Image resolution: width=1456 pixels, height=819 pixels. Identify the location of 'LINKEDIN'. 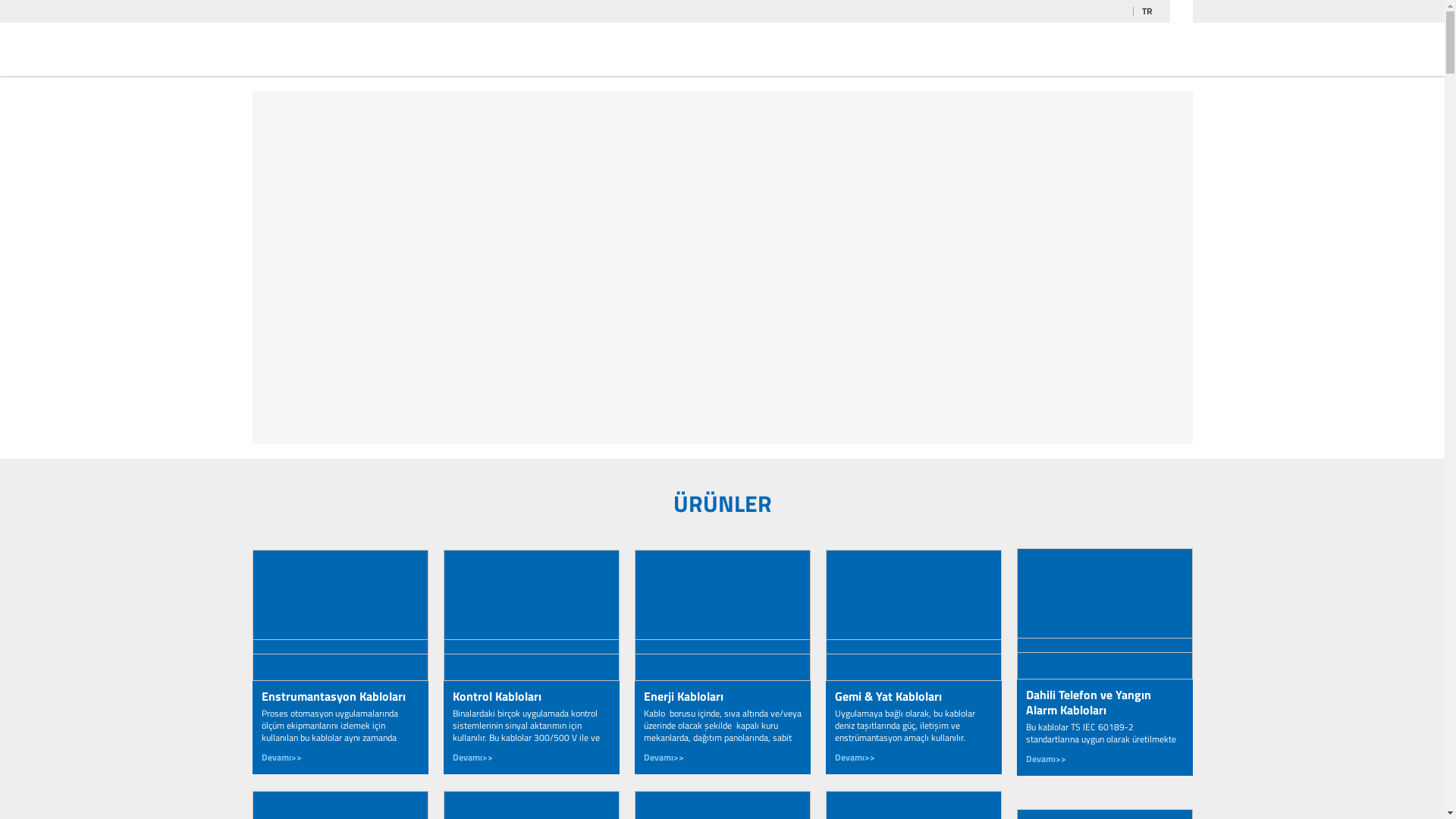
(1034, 11).